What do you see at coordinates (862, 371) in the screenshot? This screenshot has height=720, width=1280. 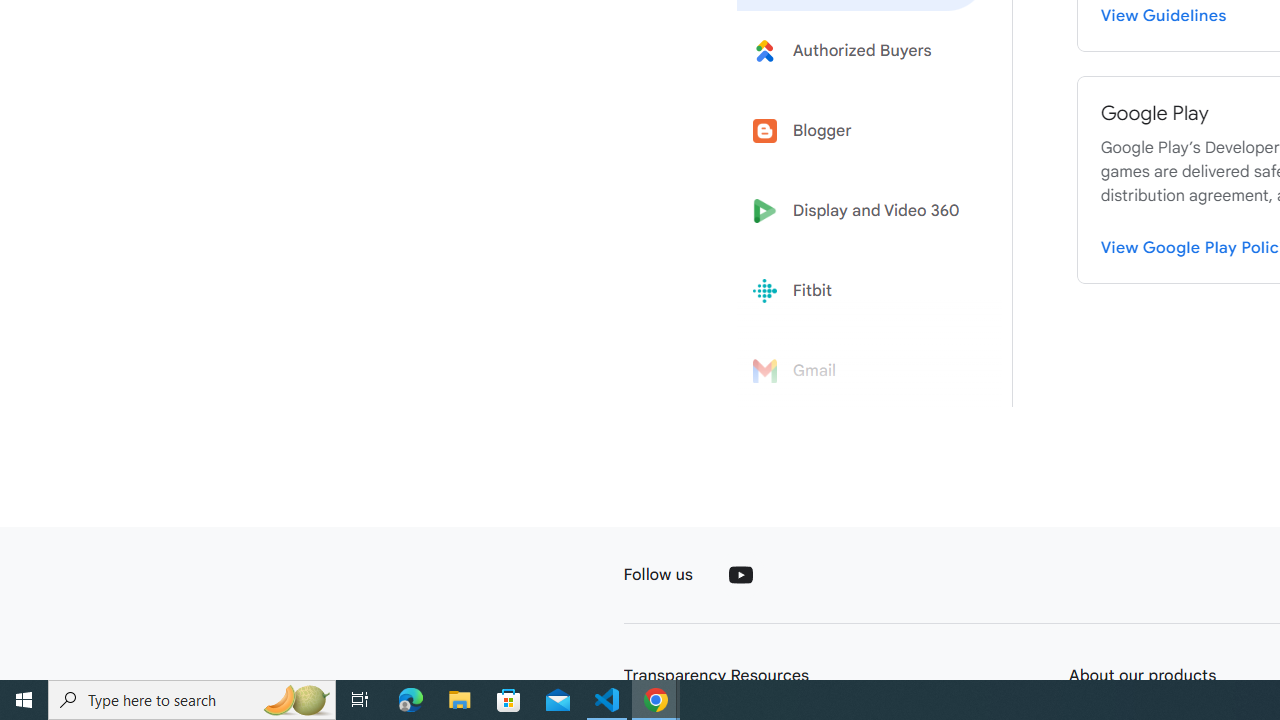 I see `'Gmail'` at bounding box center [862, 371].